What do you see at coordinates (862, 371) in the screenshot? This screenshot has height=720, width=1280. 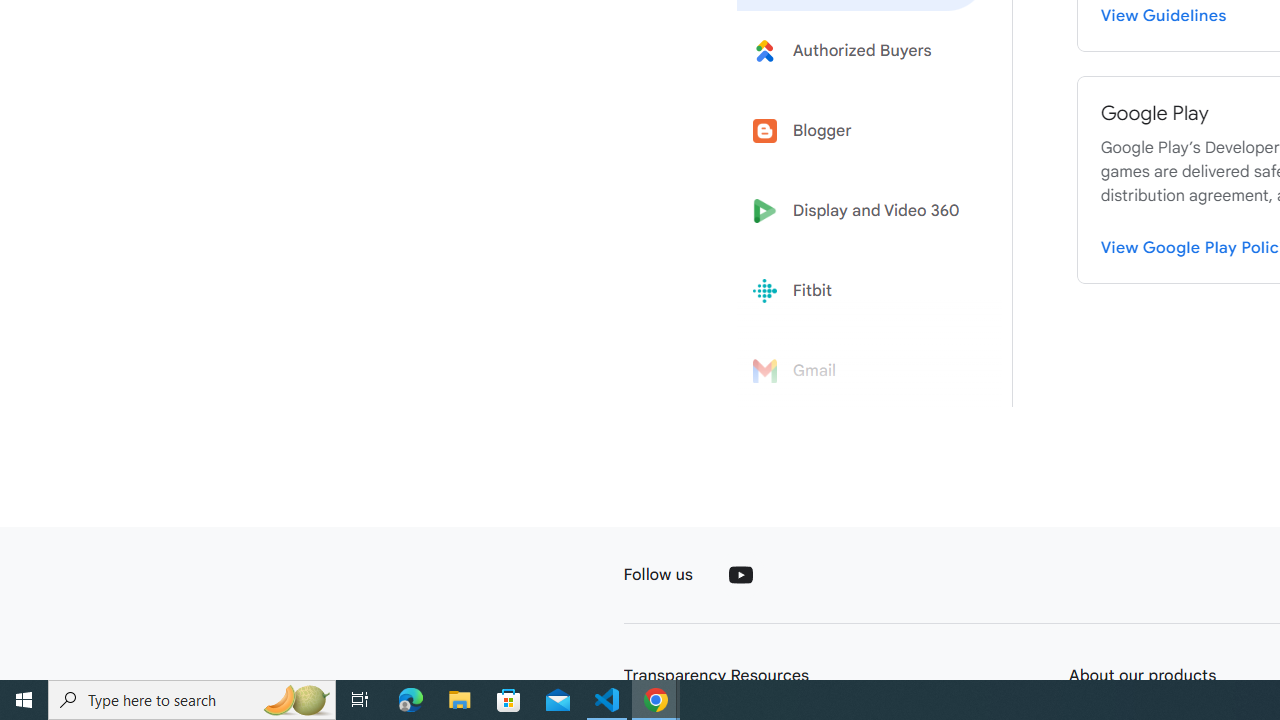 I see `'Gmail'` at bounding box center [862, 371].